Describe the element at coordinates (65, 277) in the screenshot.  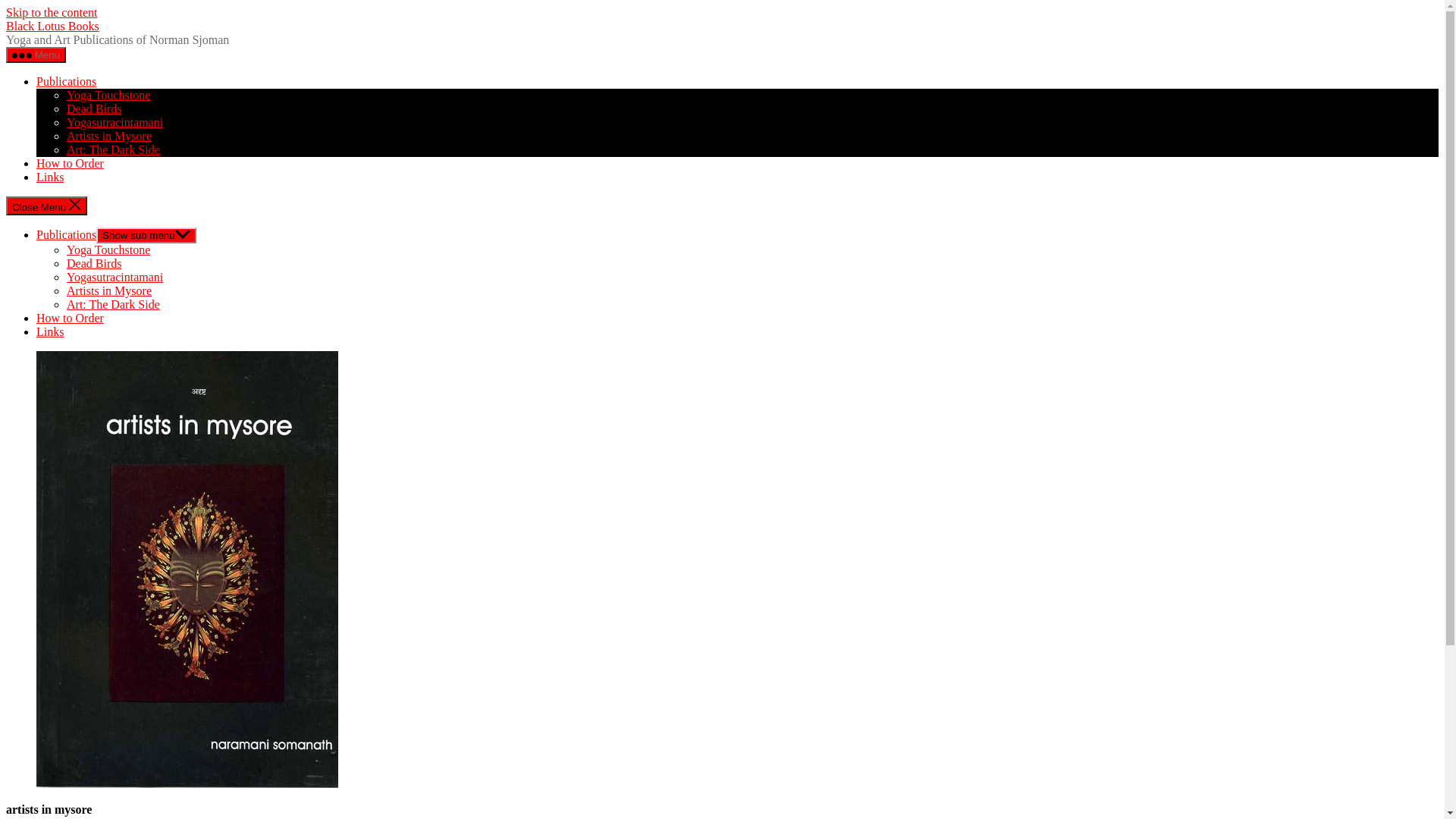
I see `'Yogasutracintamani'` at that location.